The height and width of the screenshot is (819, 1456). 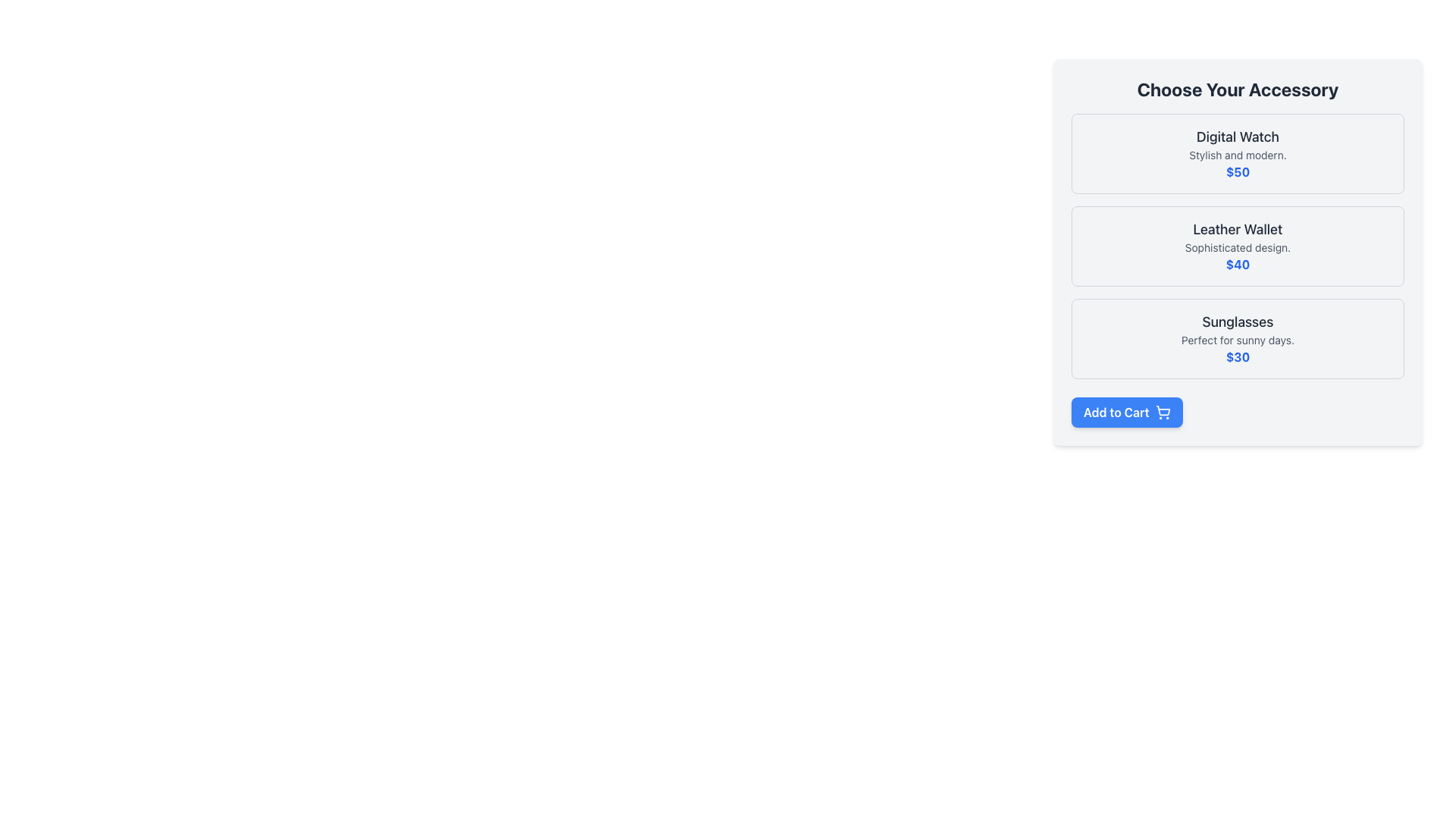 I want to click on price displayed in the text label showing '$30', which is styled in bold blue font and located below the descriptive text about sunglasses, so click(x=1238, y=356).